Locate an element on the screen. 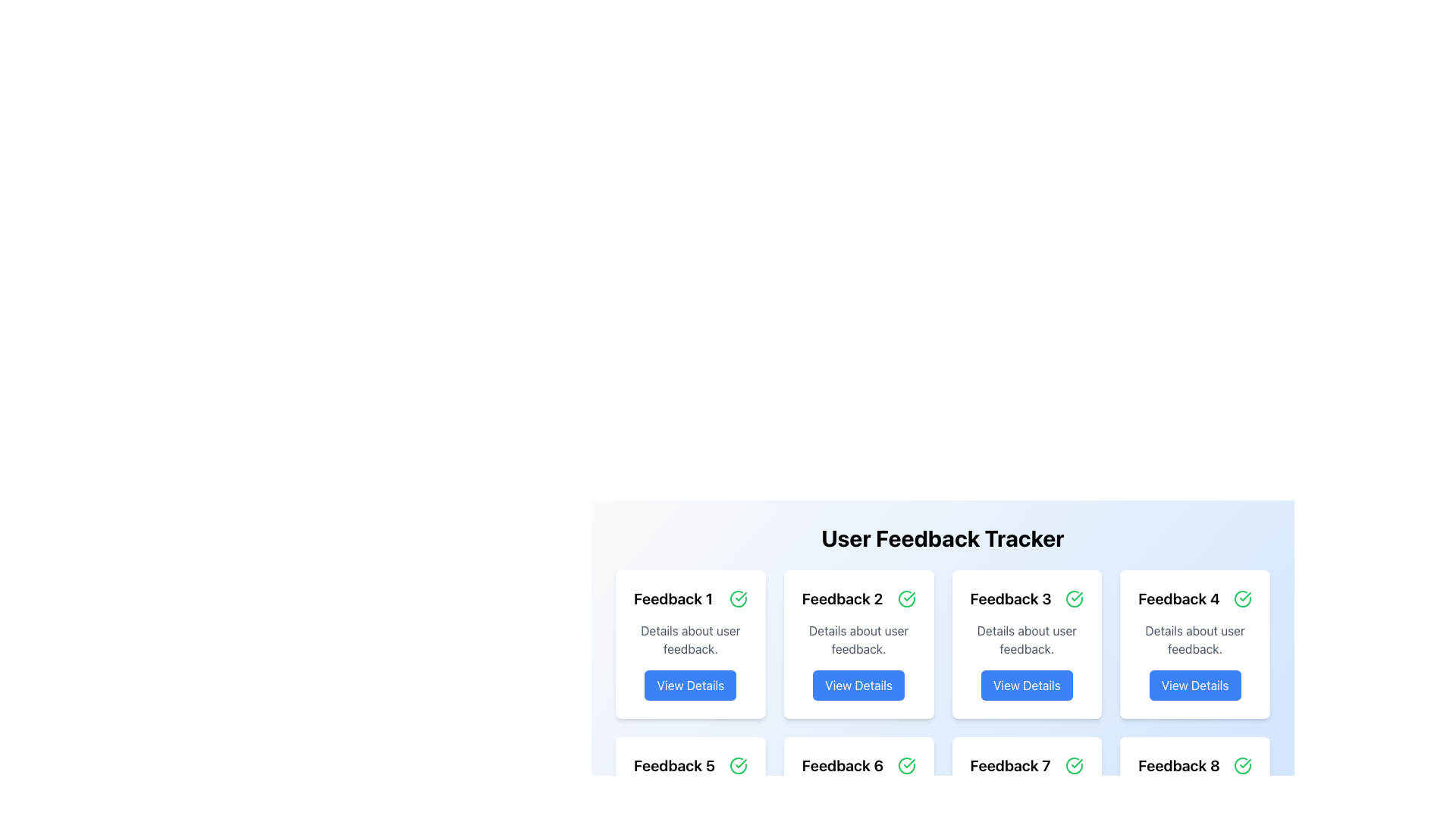  the SVG icon representing a checkmark status indicator located on the top-right side of the second feedback card in the first row of the feedback grid is located at coordinates (909, 595).